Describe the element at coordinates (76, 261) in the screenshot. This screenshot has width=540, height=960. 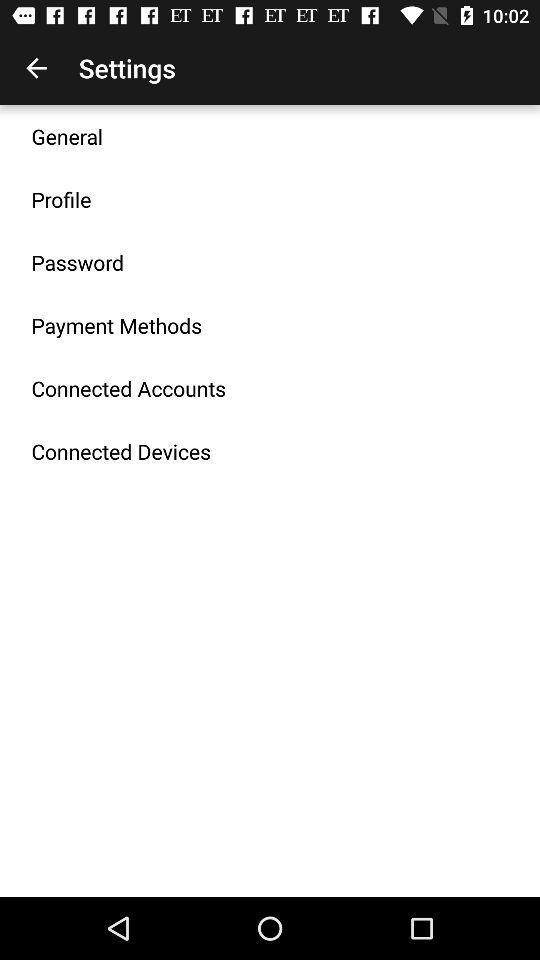
I see `item below the profile` at that location.